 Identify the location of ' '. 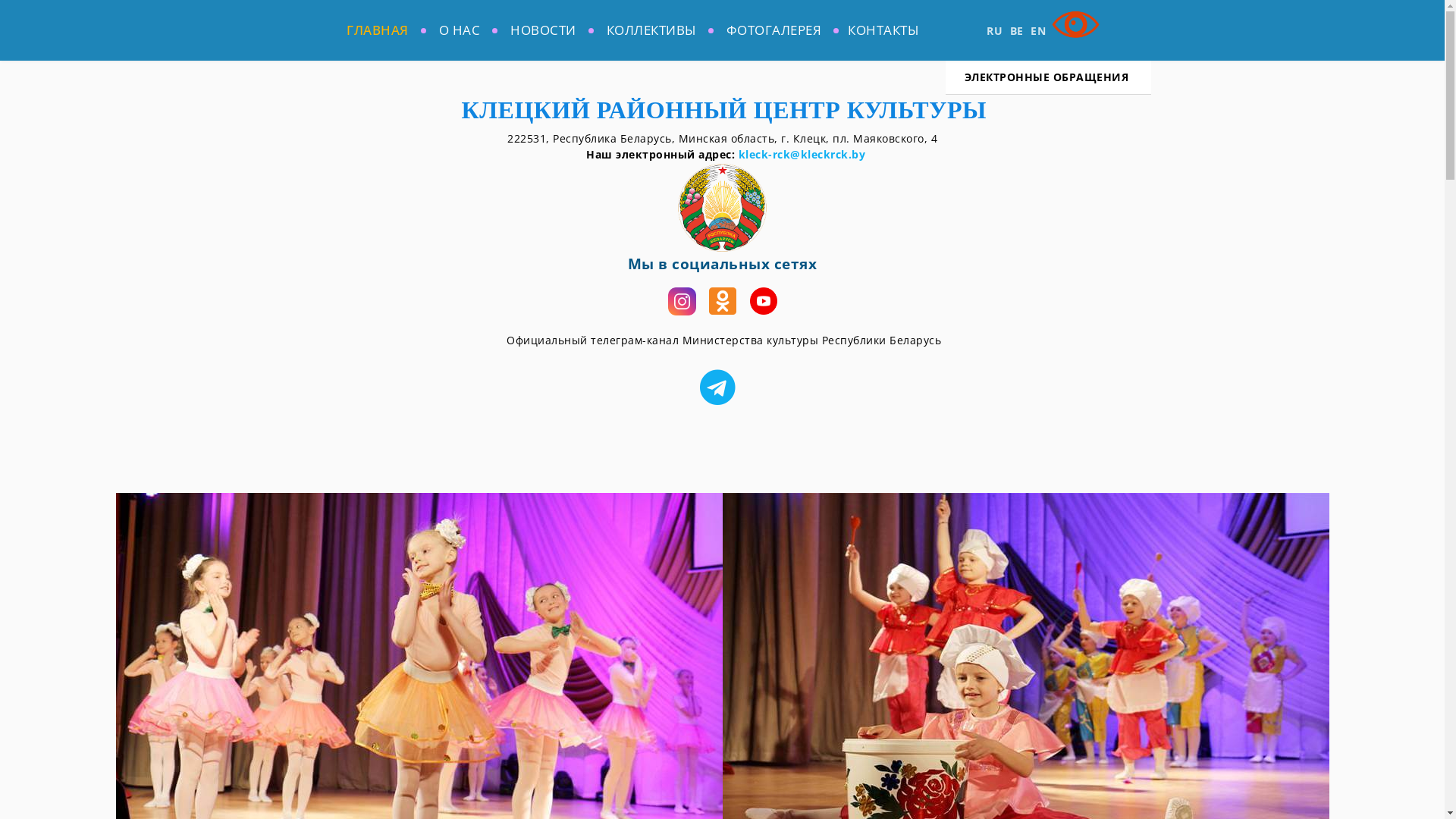
(720, 386).